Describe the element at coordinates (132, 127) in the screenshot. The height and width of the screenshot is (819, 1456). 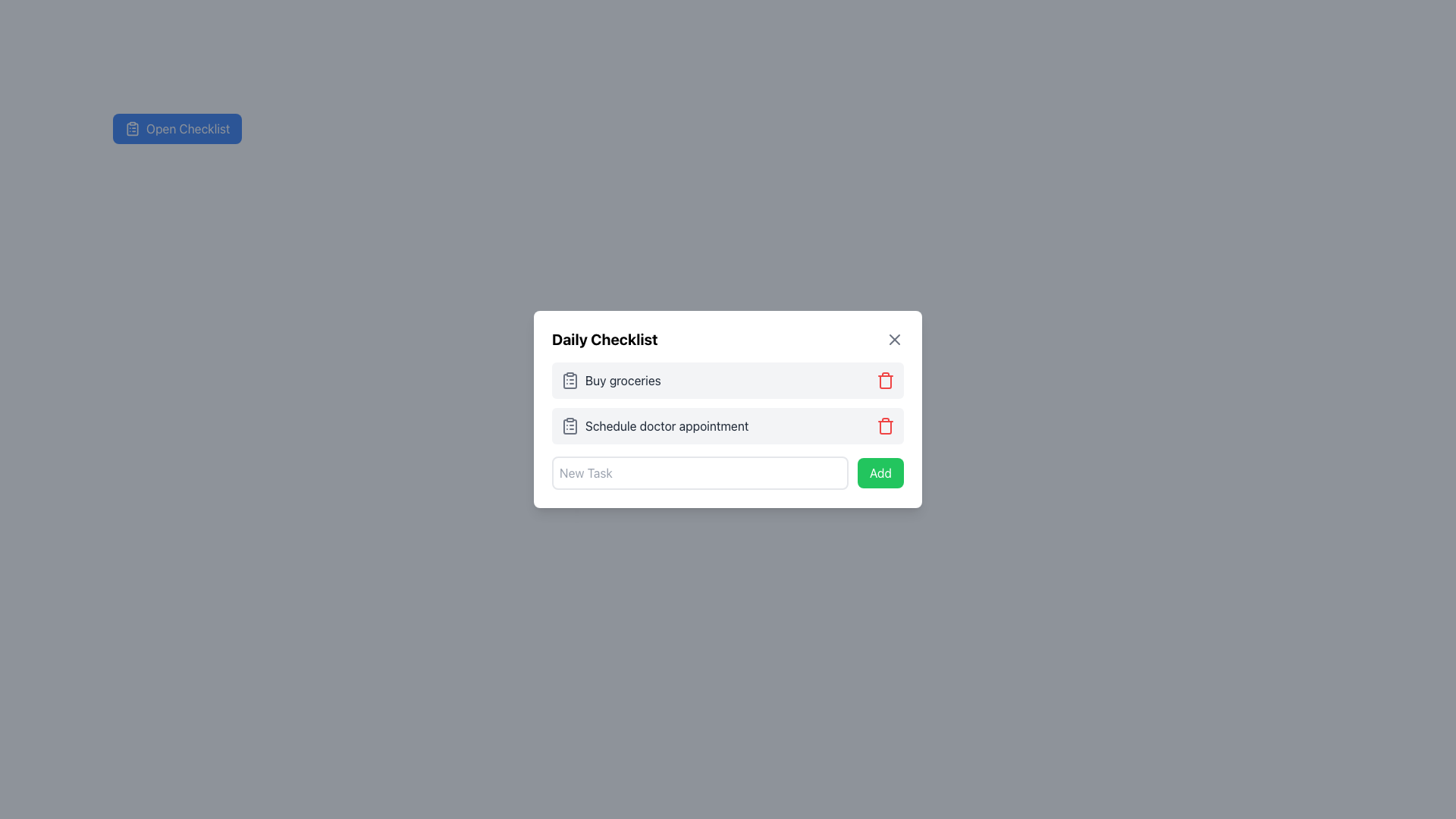
I see `the decorative clipboard icon that represents the 'Open Checklist' button, located to the left of the text 'Open Checklist' in the top center-left quadrant of the interface` at that location.